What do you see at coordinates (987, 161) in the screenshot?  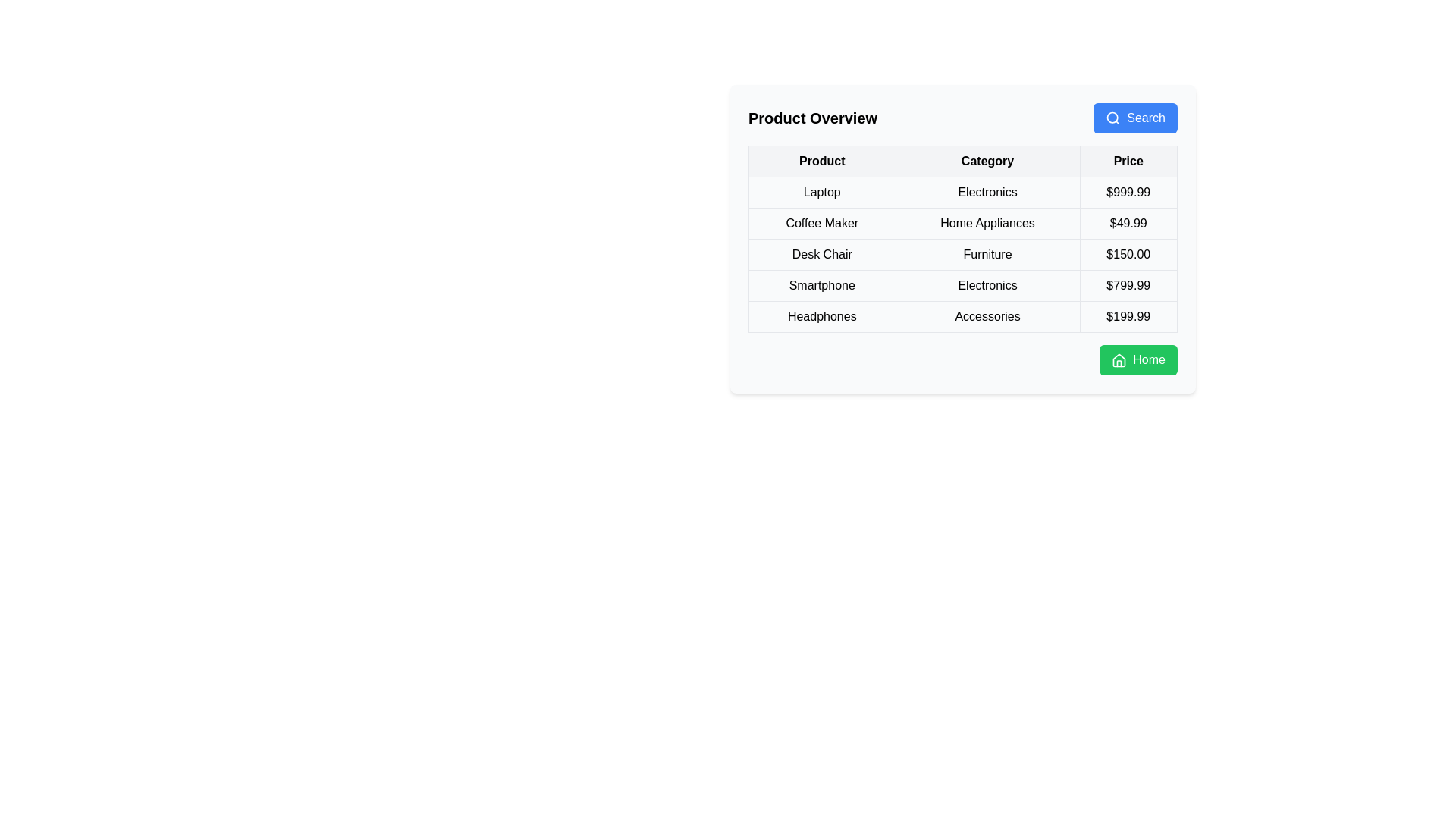 I see `the 'Category' text label, which is the second column header in the table, displaying the word 'Category' in bold font on a light gray background` at bounding box center [987, 161].